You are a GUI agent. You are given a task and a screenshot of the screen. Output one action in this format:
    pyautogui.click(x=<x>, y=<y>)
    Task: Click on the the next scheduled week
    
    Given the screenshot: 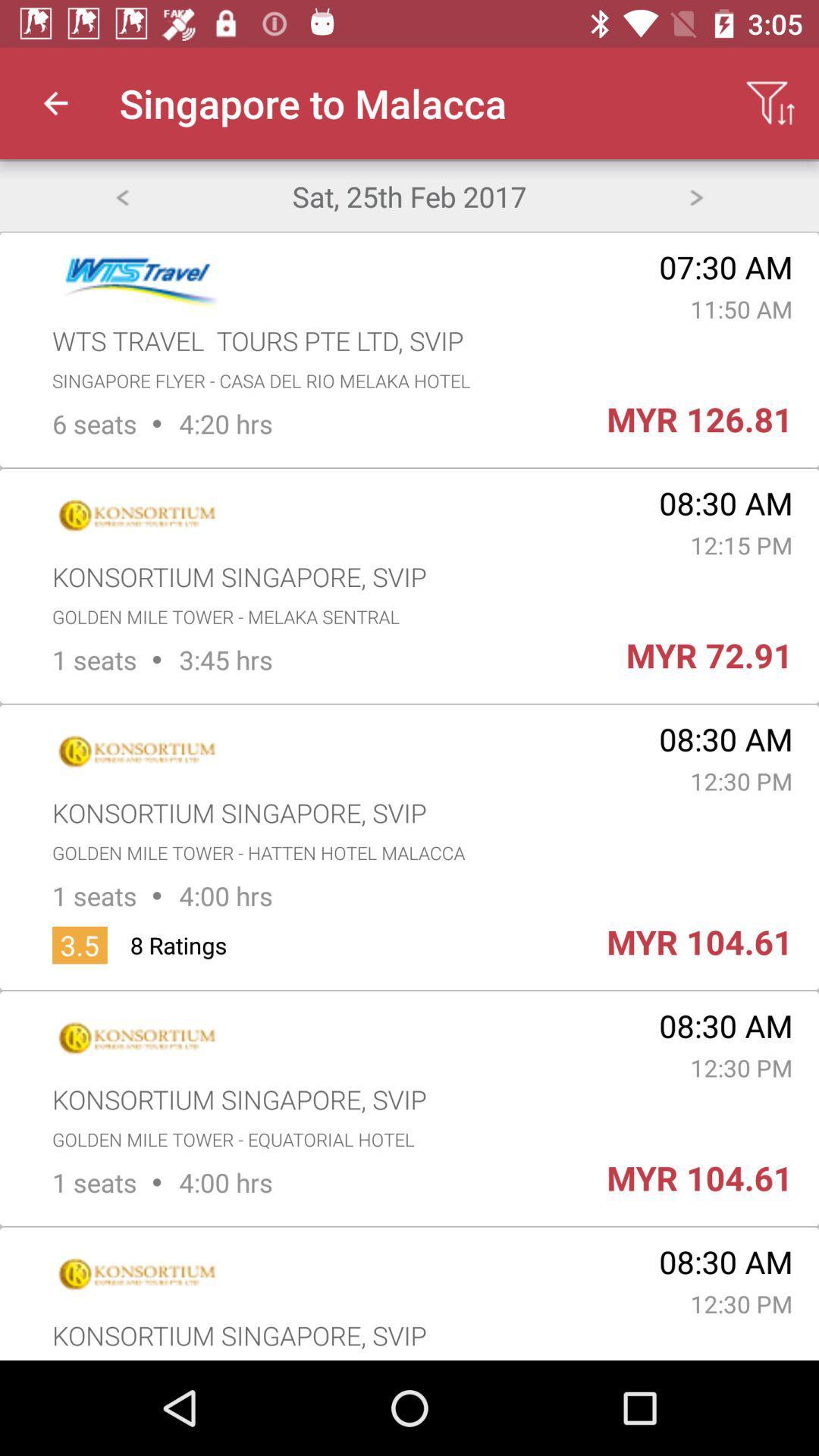 What is the action you would take?
    pyautogui.click(x=696, y=195)
    